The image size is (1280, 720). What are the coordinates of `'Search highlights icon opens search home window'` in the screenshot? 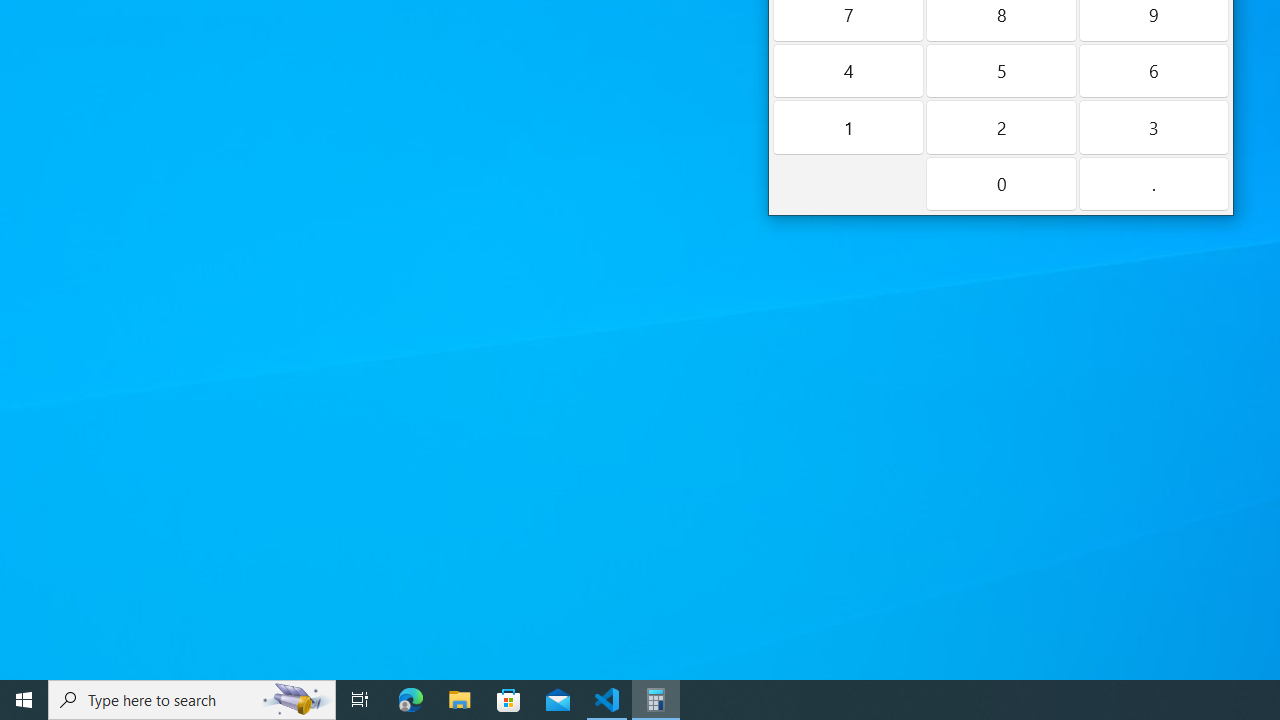 It's located at (294, 698).